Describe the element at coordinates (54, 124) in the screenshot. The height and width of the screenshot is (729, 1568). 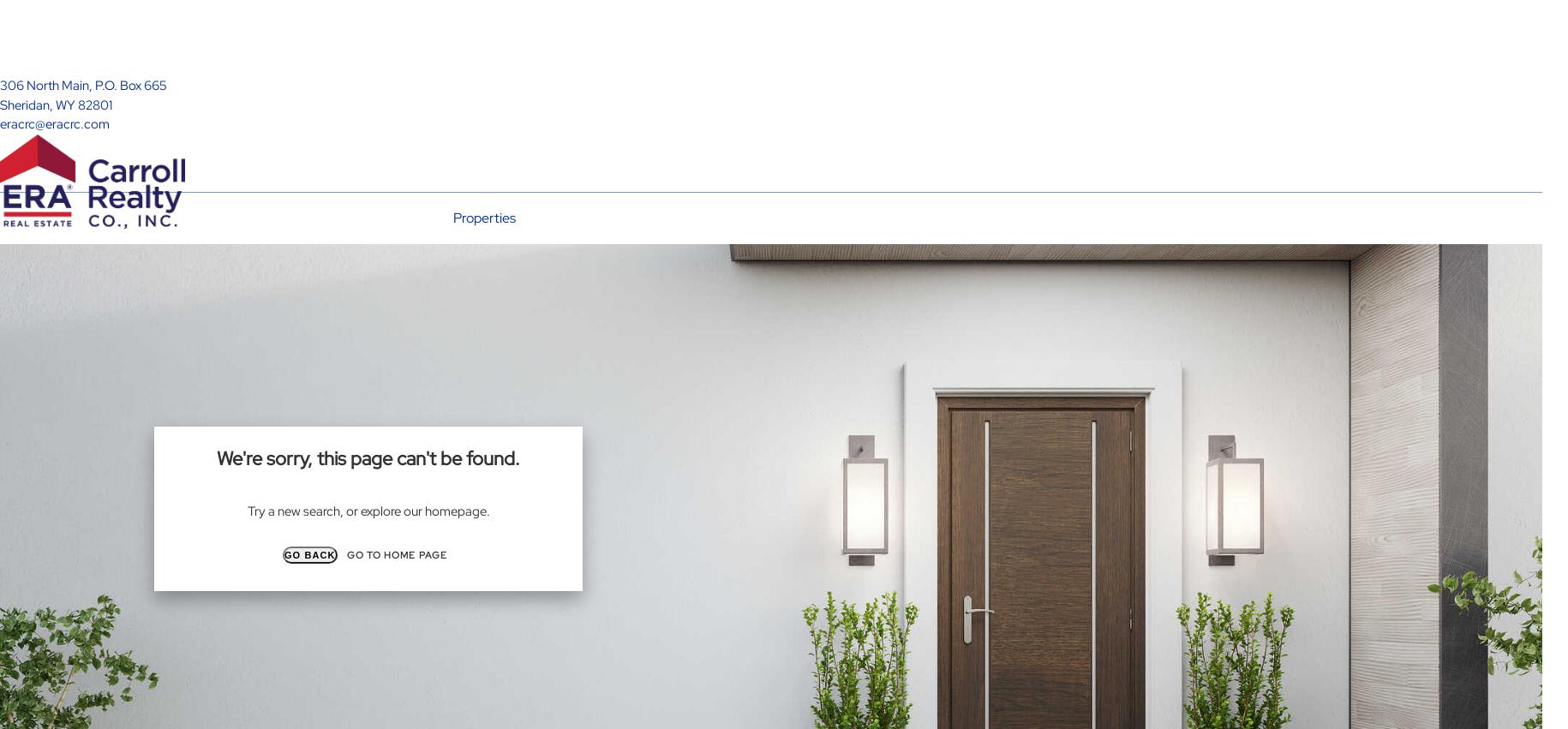
I see `'eracrc@eracrc.com'` at that location.